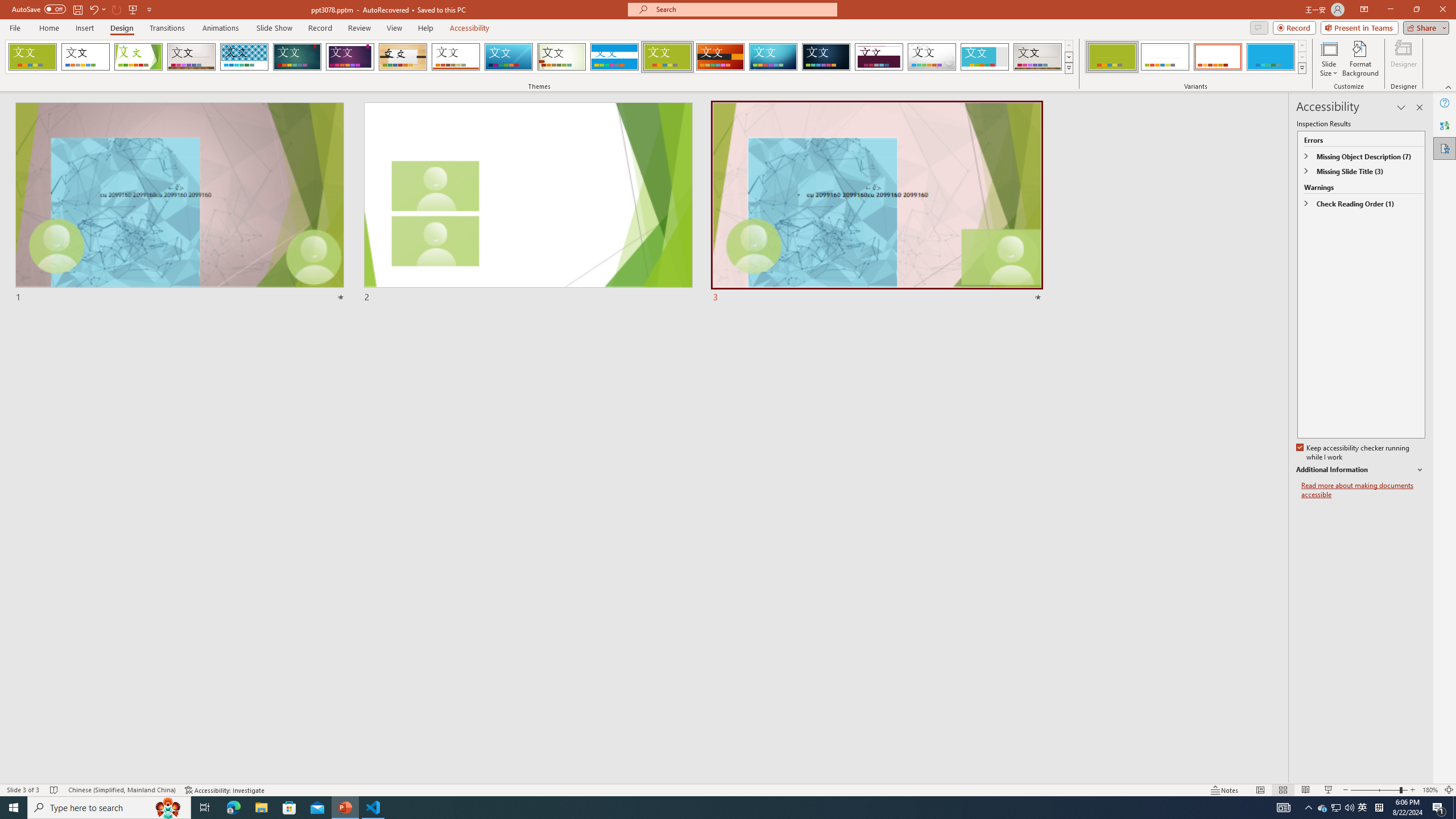  I want to click on 'Slice', so click(508, 56).